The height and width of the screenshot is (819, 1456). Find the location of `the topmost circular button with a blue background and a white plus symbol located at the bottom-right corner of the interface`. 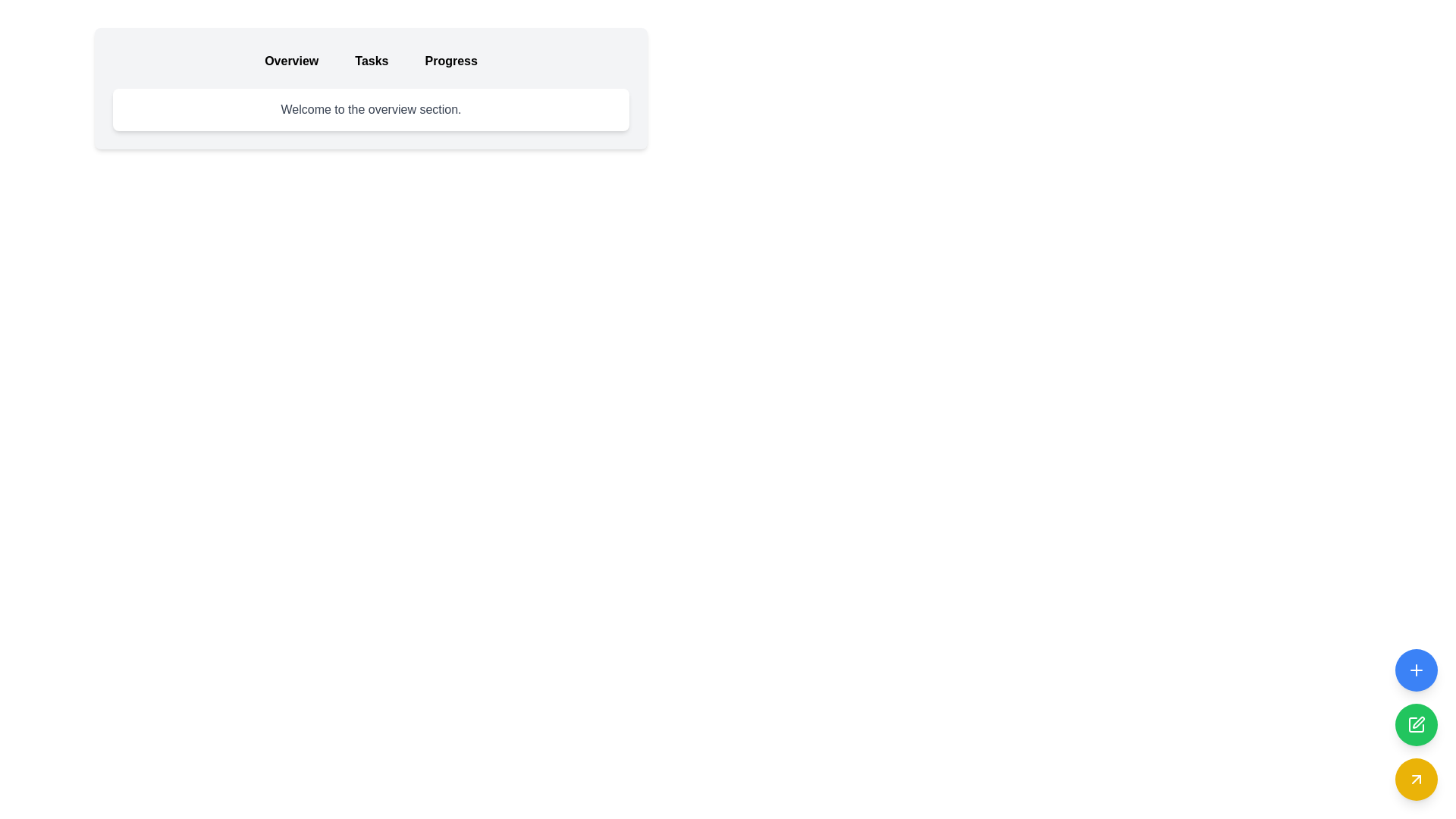

the topmost circular button with a blue background and a white plus symbol located at the bottom-right corner of the interface is located at coordinates (1415, 669).